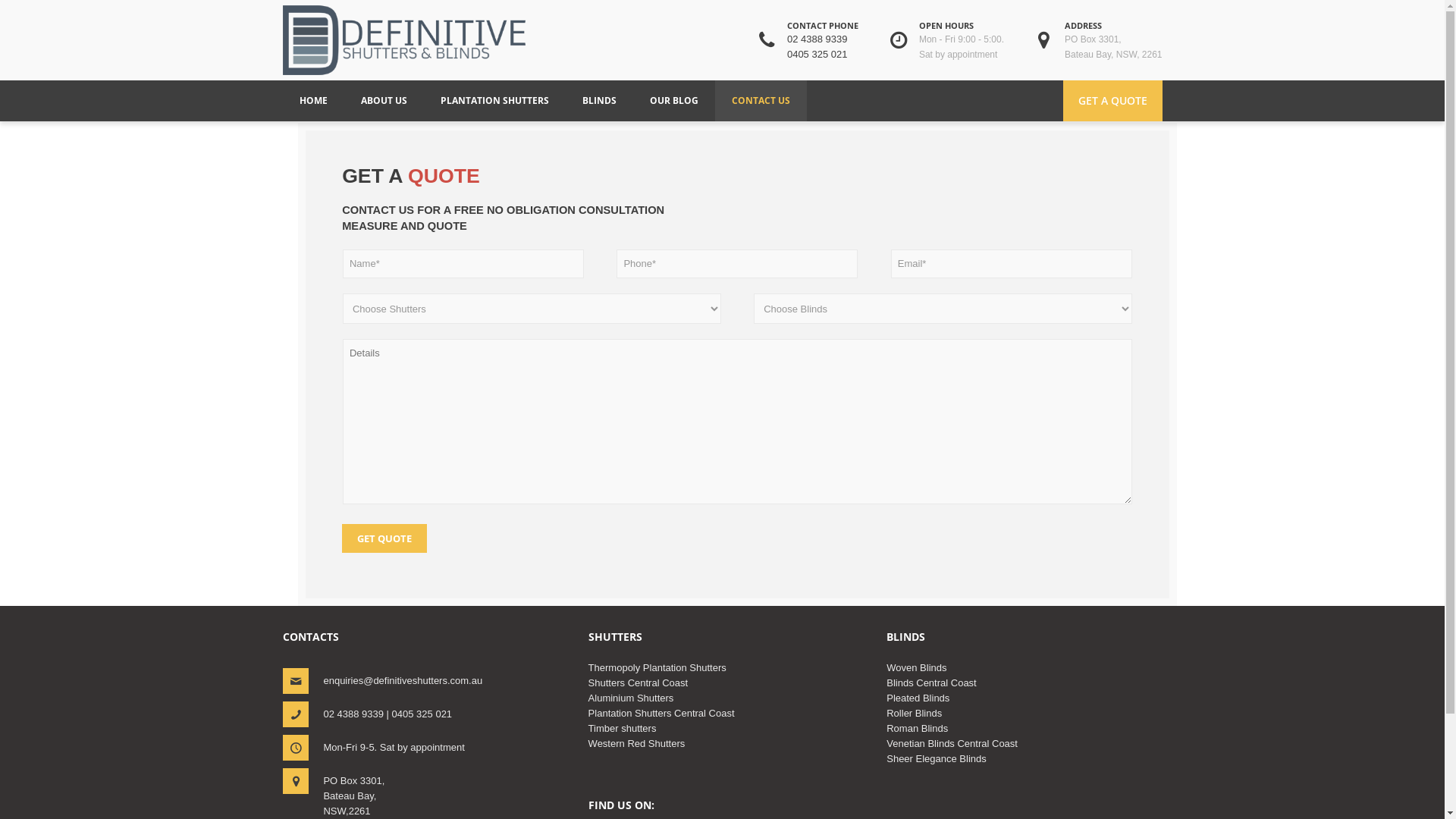  What do you see at coordinates (913, 713) in the screenshot?
I see `'Roller Blinds'` at bounding box center [913, 713].